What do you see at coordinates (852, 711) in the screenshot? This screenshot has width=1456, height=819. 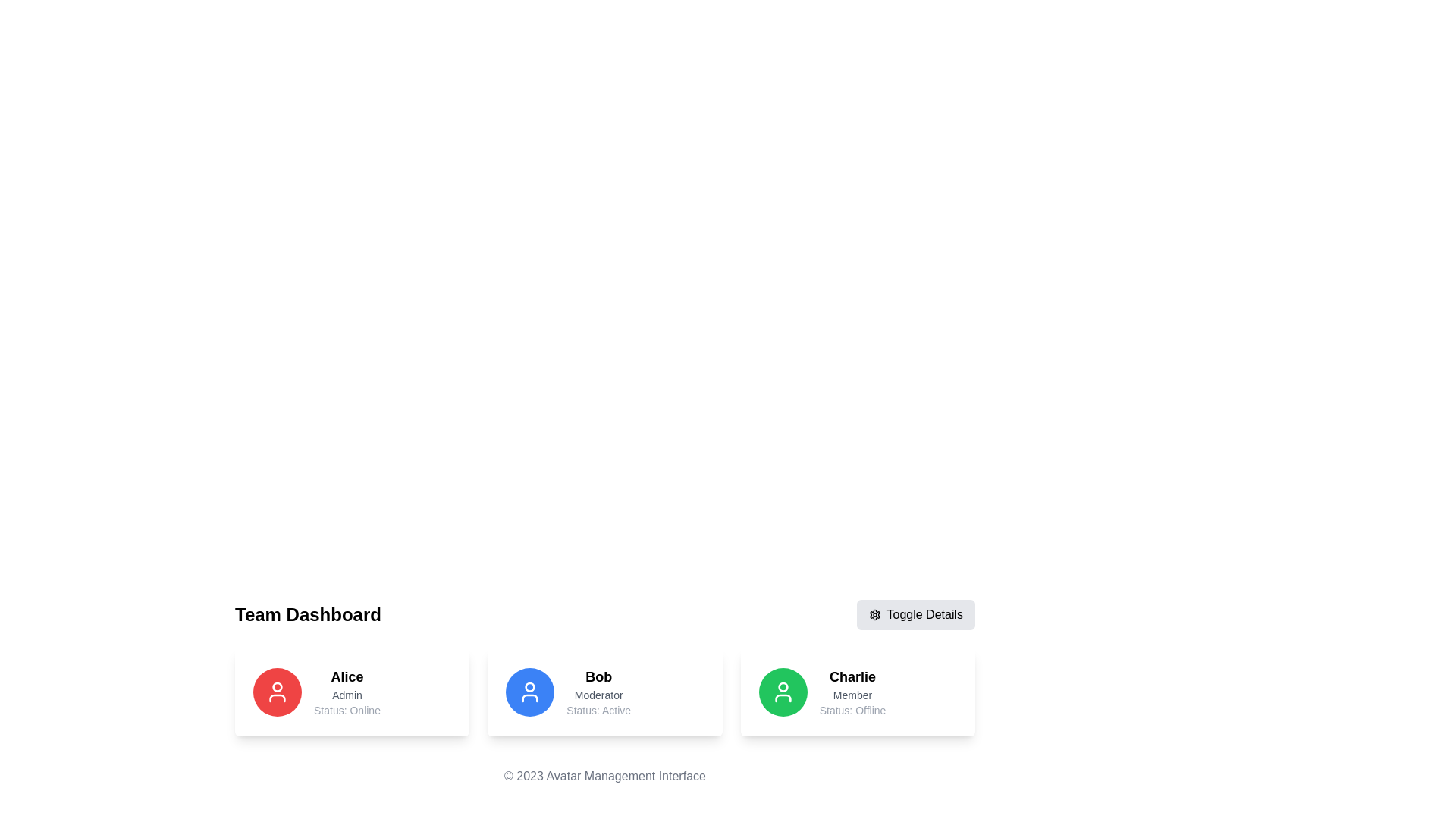 I see `the text label indicating the online status of user 'Charlie', which shows that he is currently offline. This label is located within the 'Charlie Member' card, beneath the 'Member' text` at bounding box center [852, 711].